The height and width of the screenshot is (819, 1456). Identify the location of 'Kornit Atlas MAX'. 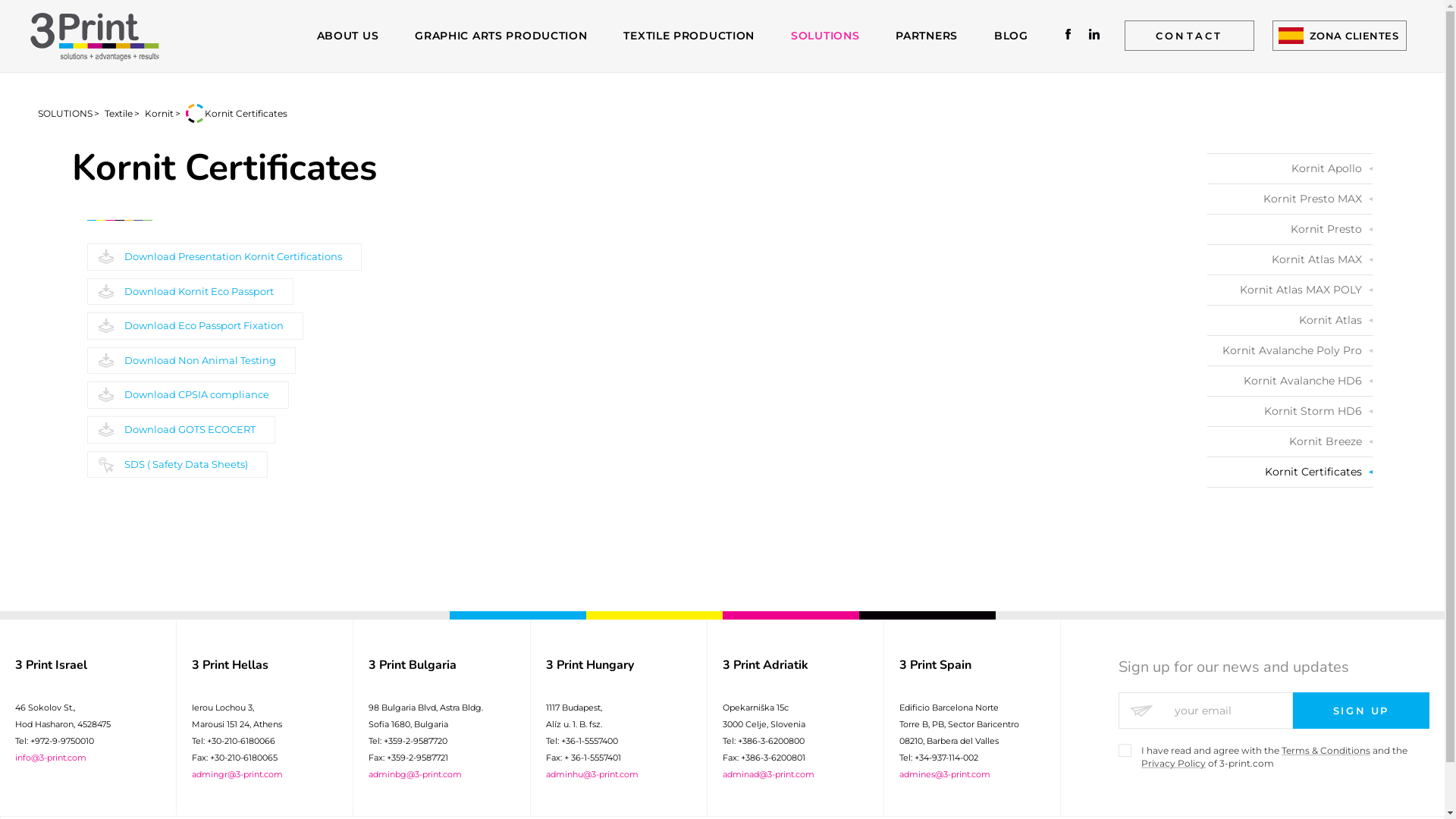
(1288, 259).